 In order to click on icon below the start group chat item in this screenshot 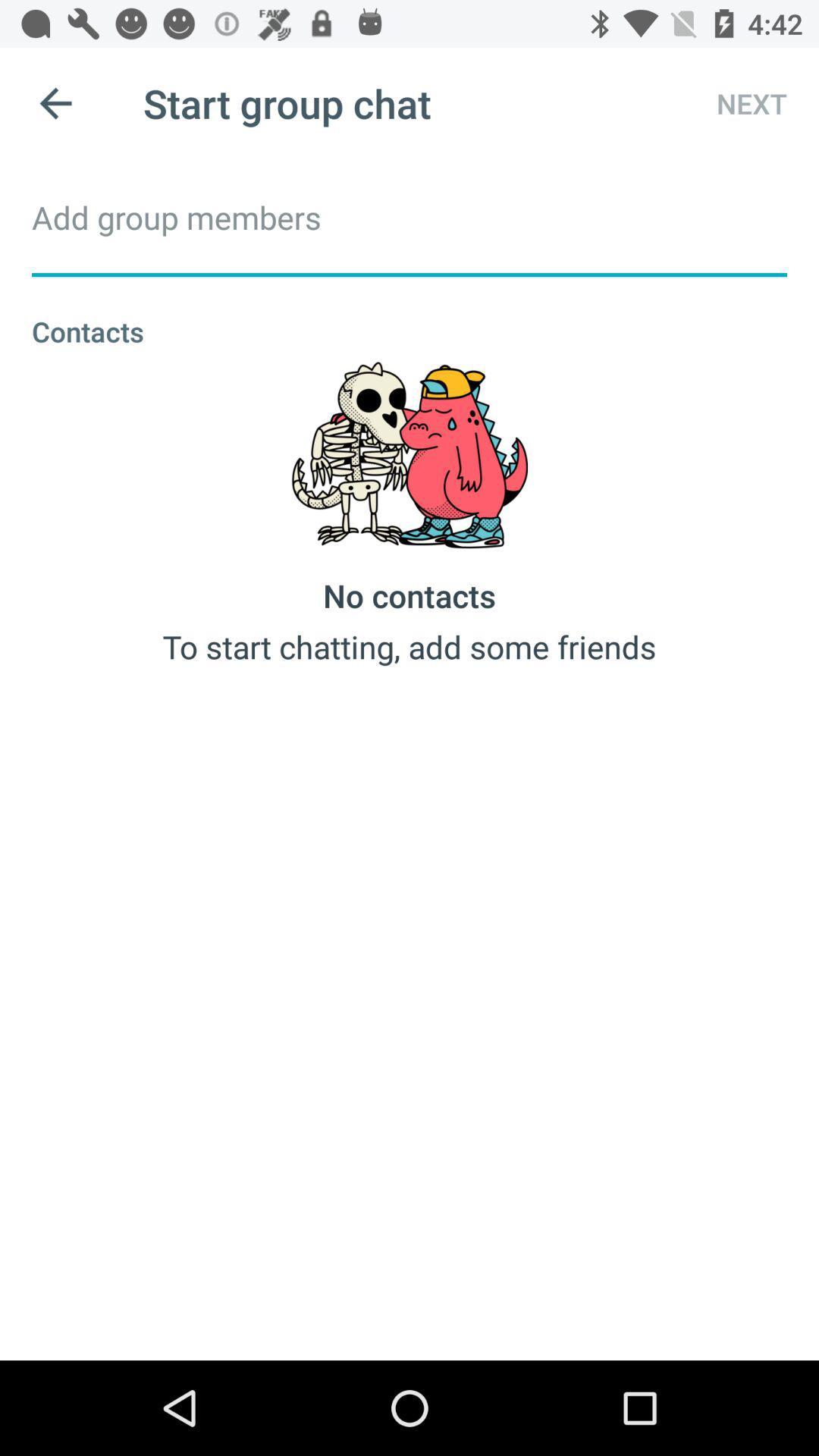, I will do `click(409, 216)`.